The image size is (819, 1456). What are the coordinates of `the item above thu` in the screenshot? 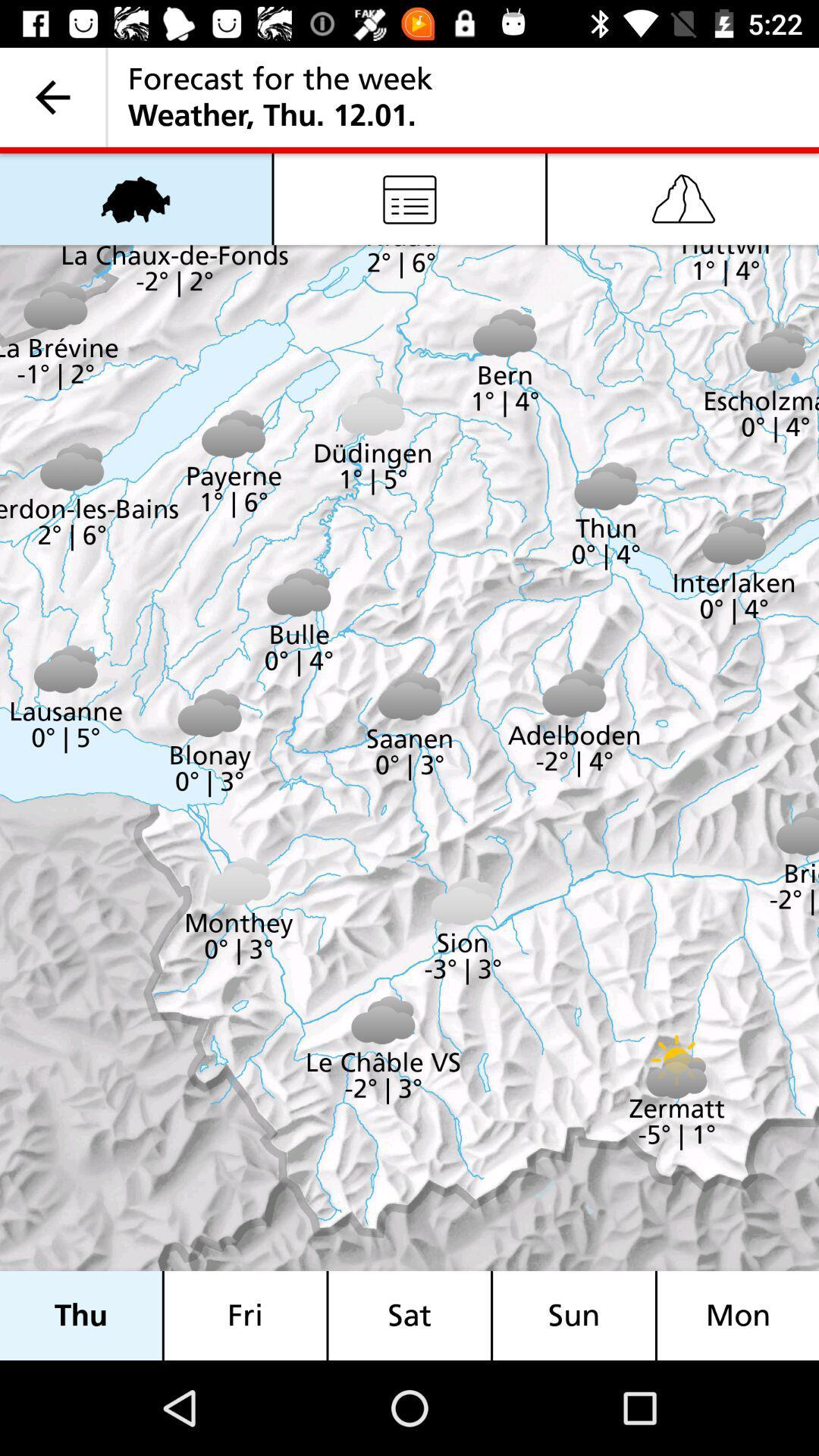 It's located at (135, 198).